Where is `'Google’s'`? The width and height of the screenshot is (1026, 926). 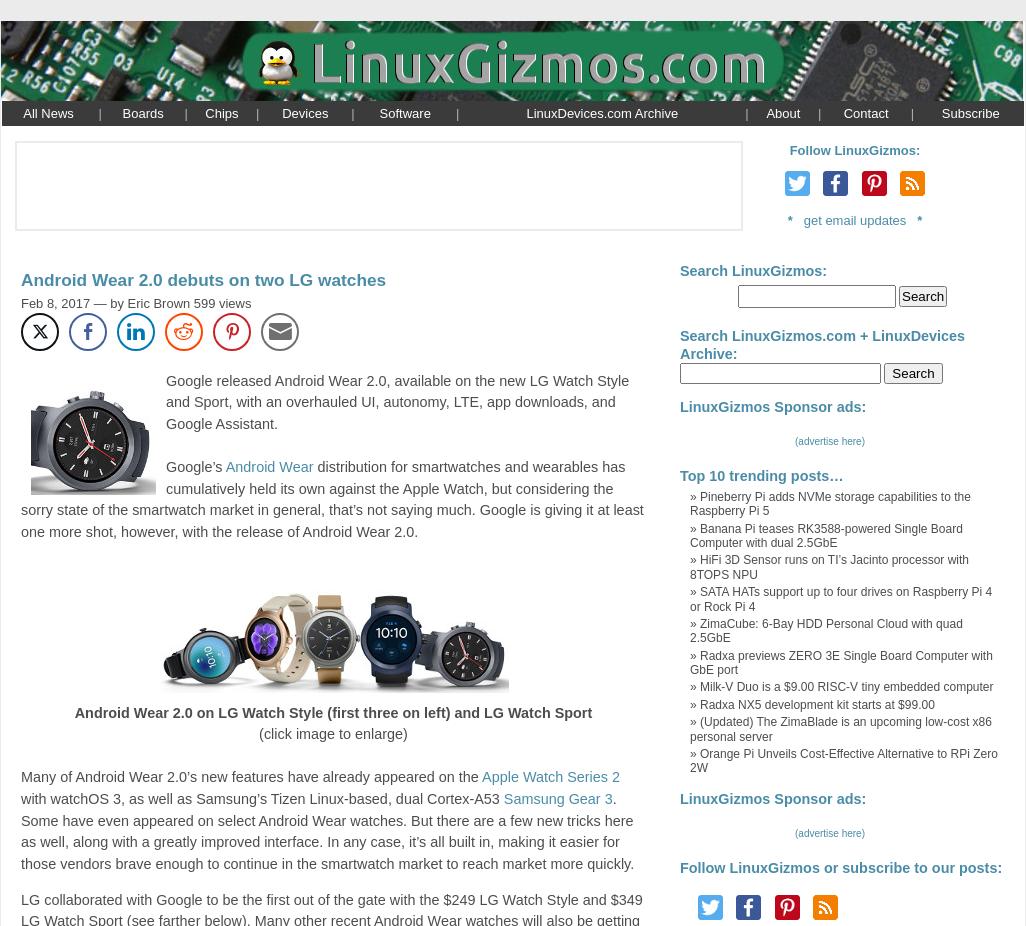
'Google’s' is located at coordinates (165, 465).